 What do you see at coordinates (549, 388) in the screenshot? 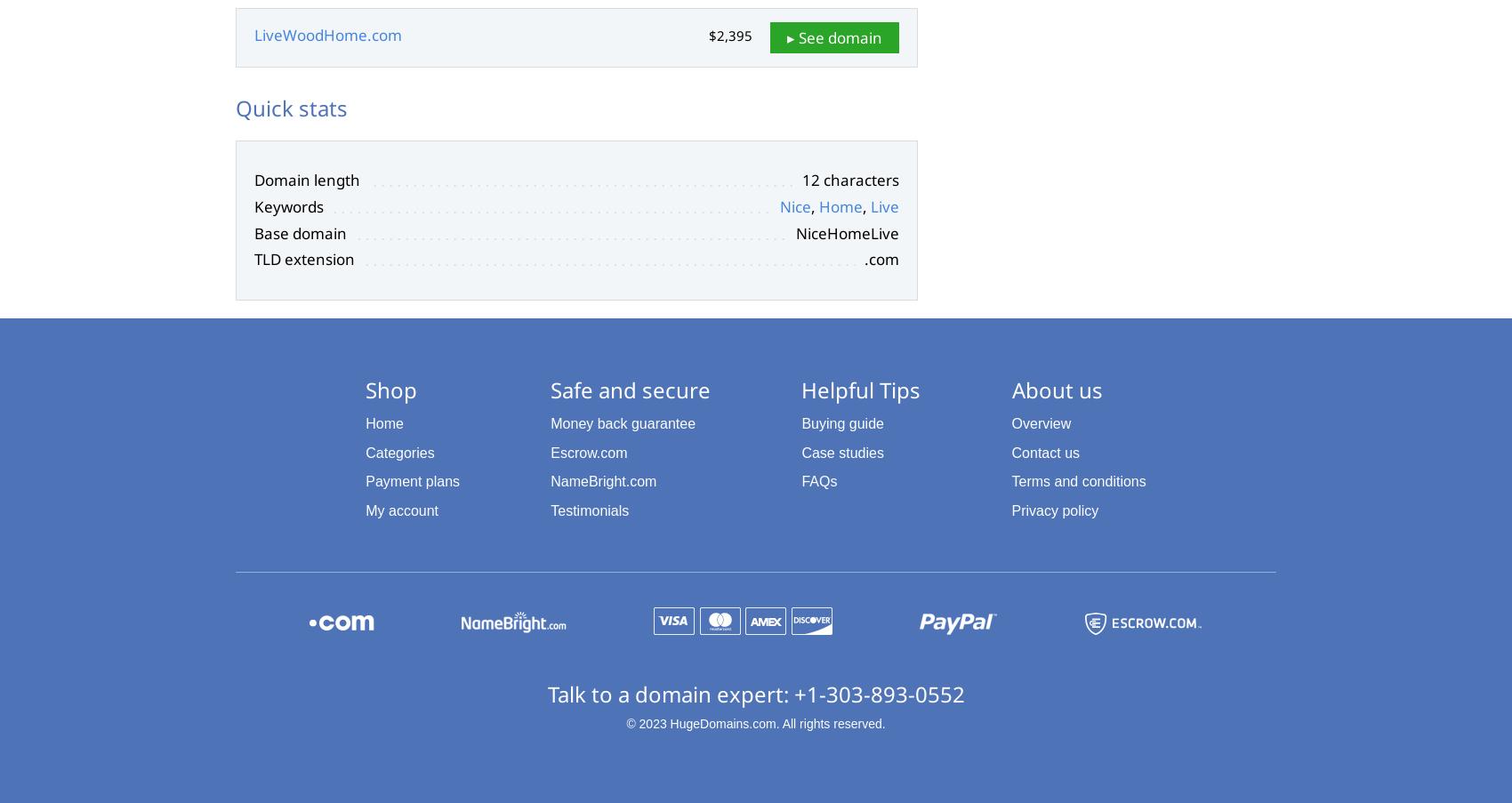
I see `'Safe and secure'` at bounding box center [549, 388].